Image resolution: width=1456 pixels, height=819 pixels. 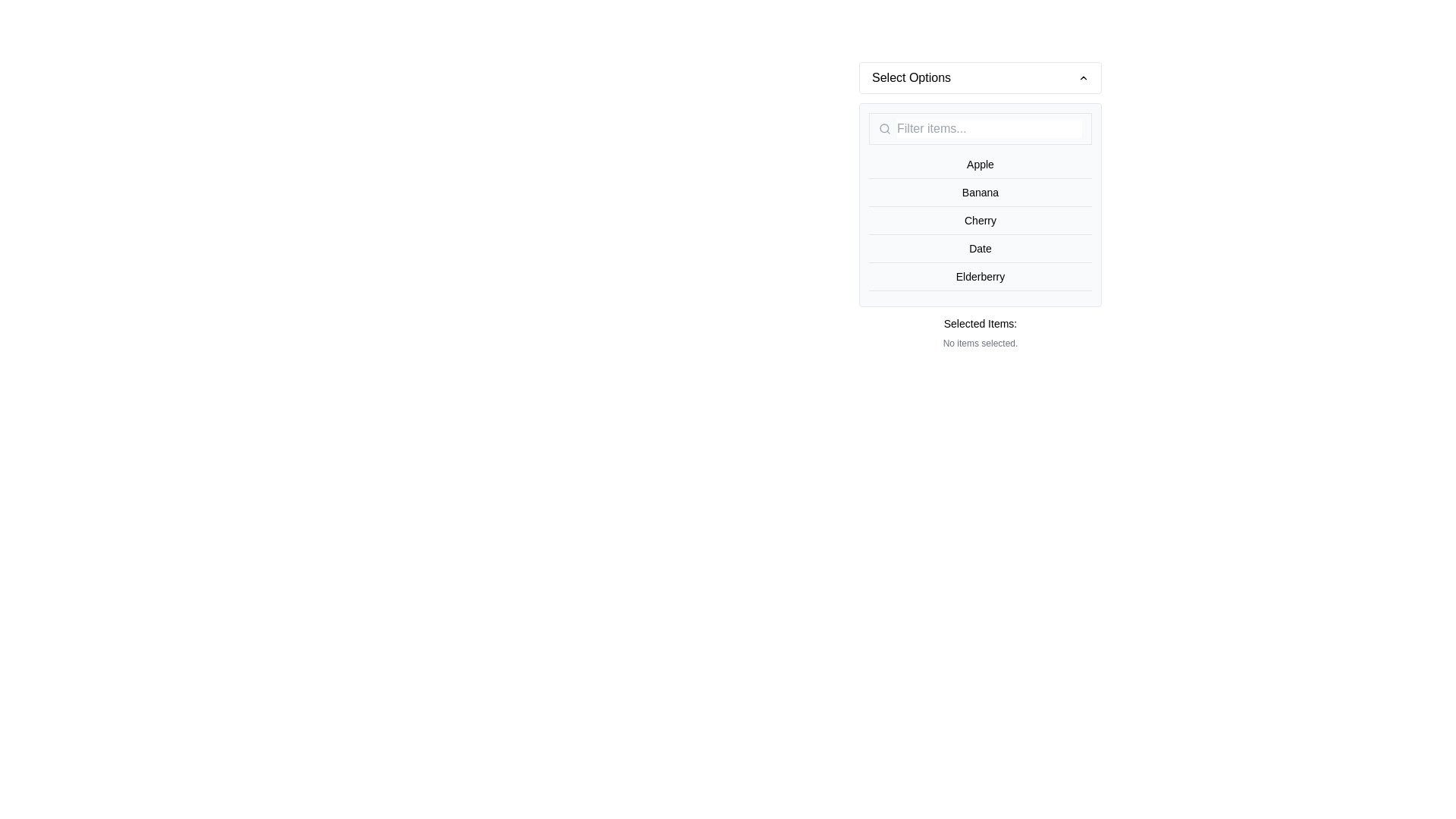 What do you see at coordinates (980, 220) in the screenshot?
I see `the selectable list item representing 'Cherry'` at bounding box center [980, 220].